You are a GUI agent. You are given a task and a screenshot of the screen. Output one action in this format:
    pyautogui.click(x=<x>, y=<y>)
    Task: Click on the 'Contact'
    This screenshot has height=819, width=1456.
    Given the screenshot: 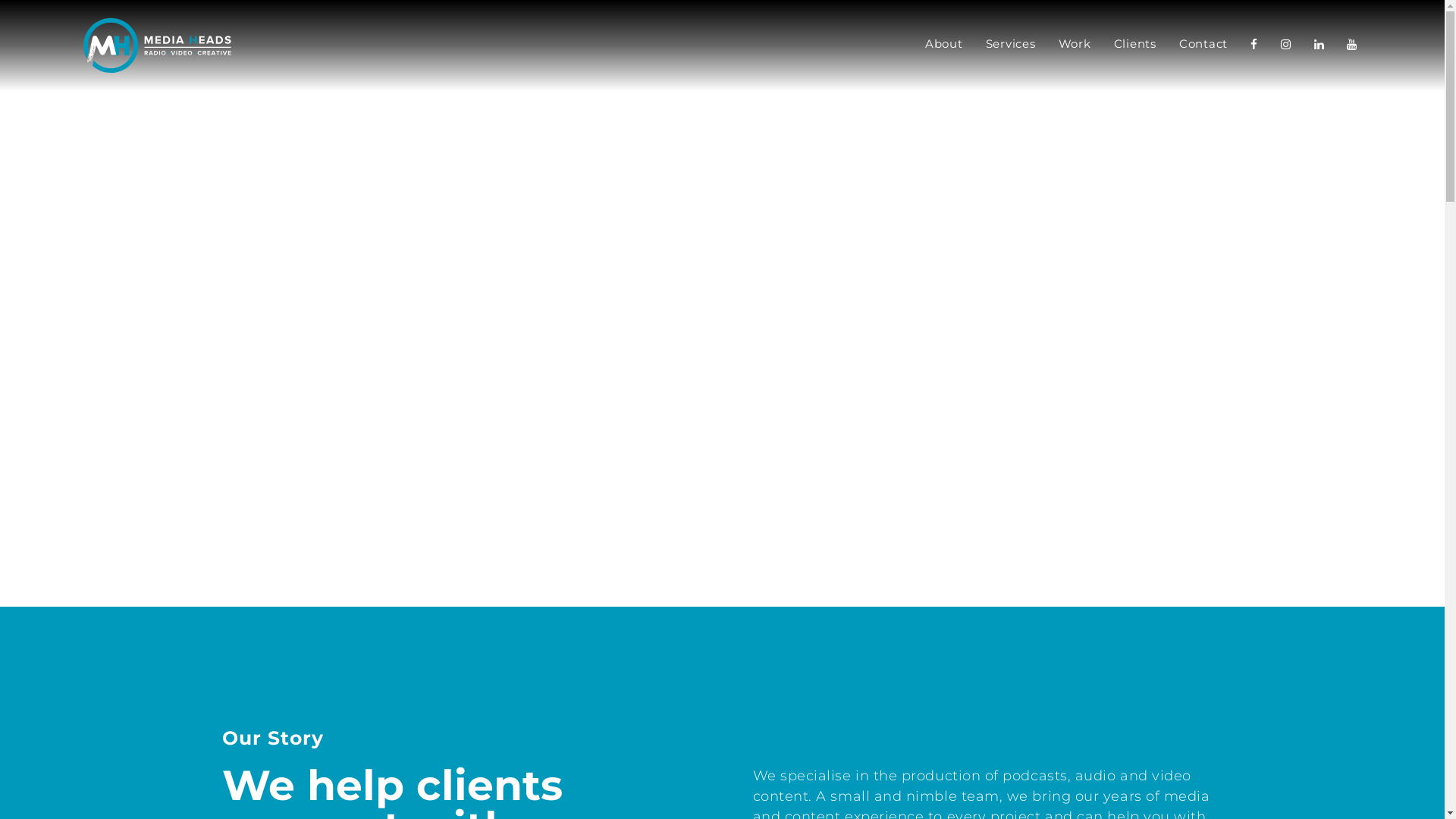 What is the action you would take?
    pyautogui.click(x=1203, y=45)
    